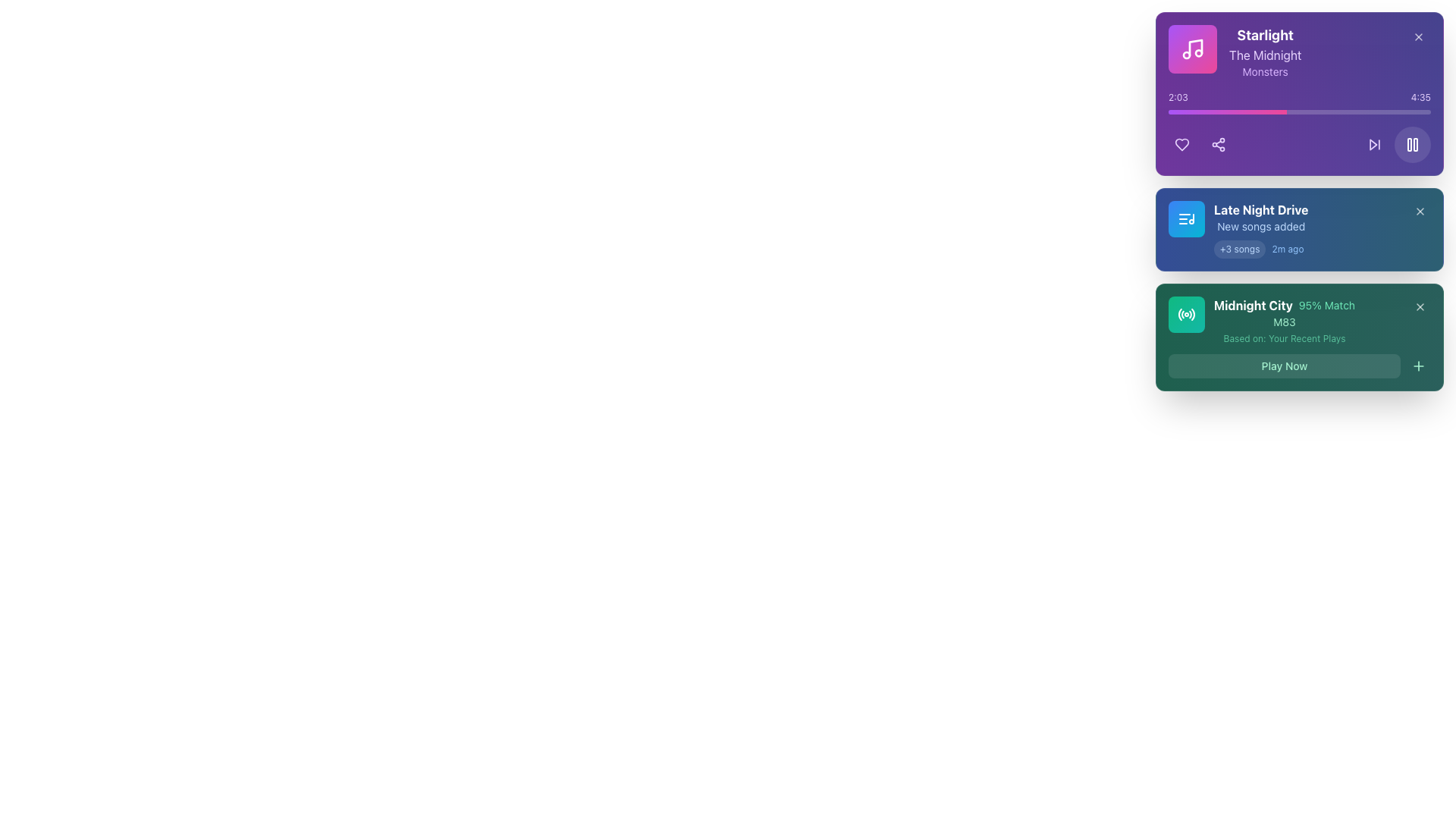 This screenshot has width=1456, height=819. What do you see at coordinates (1185, 314) in the screenshot?
I see `the icon located at the top-left corner of the 'Midnight City' card, which is the third card in a vertical stack` at bounding box center [1185, 314].